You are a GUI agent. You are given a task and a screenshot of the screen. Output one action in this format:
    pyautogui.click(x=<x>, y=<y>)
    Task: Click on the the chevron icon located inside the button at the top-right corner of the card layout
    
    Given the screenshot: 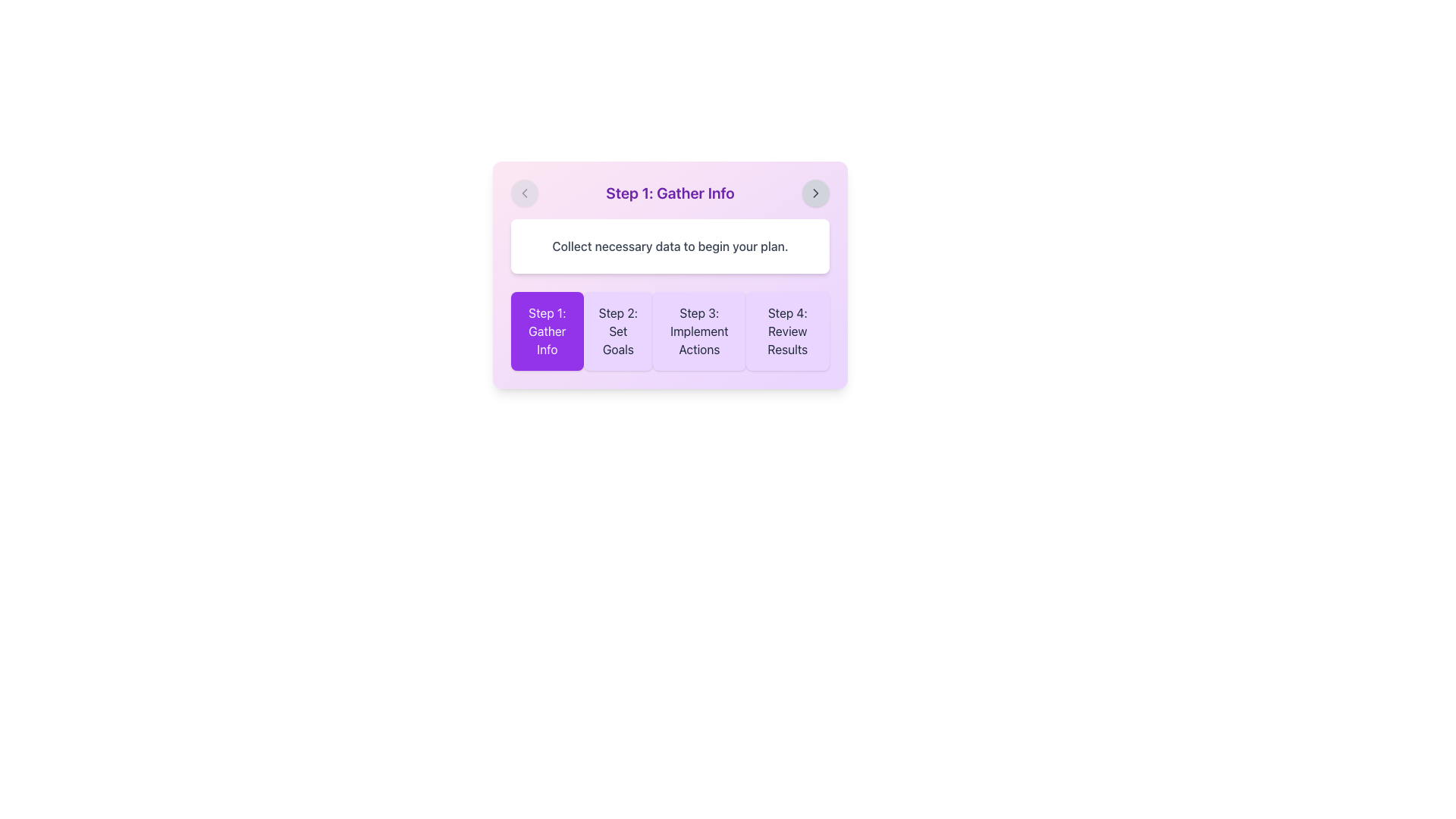 What is the action you would take?
    pyautogui.click(x=814, y=192)
    